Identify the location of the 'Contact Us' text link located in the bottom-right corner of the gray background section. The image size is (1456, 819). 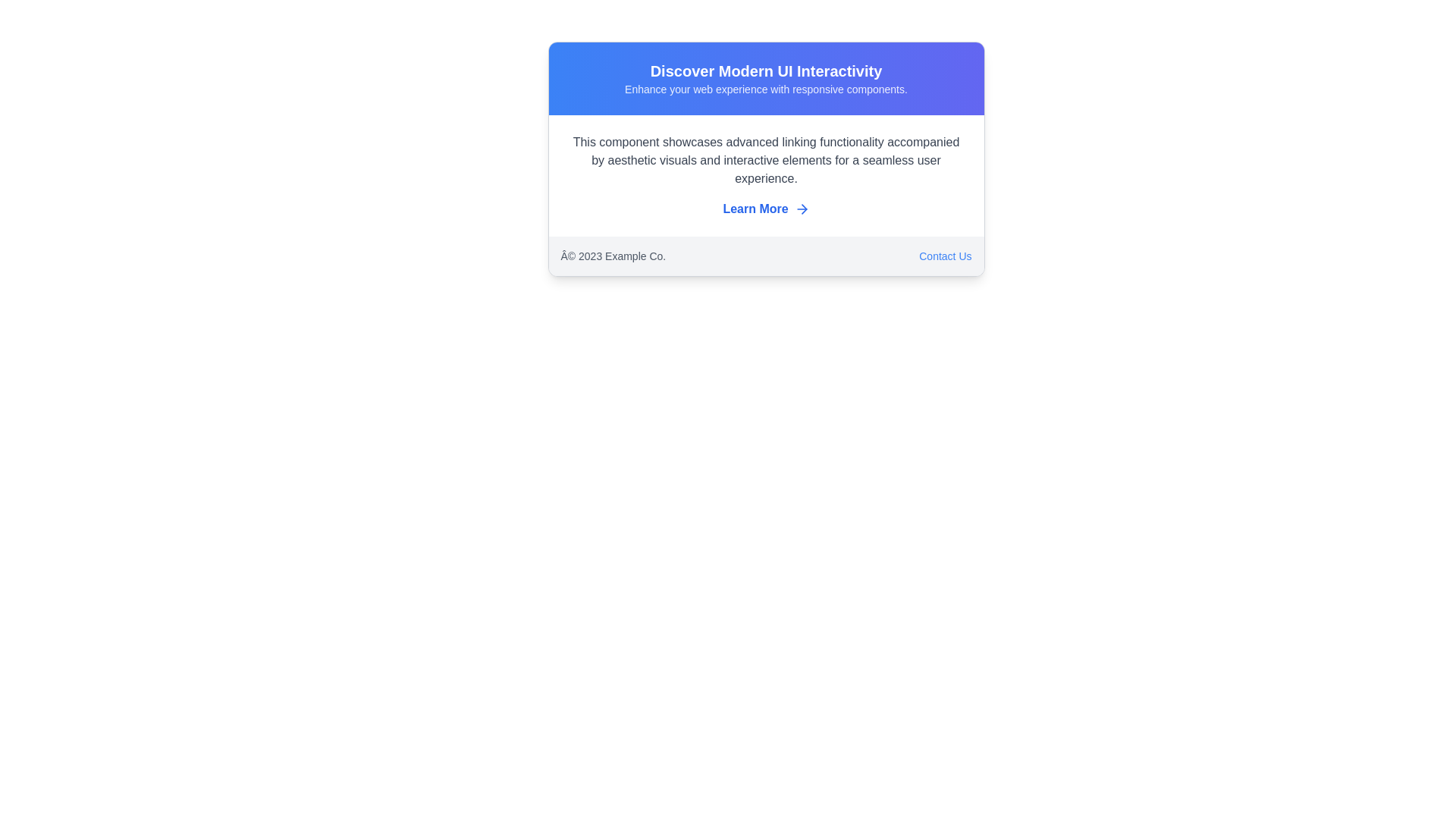
(944, 256).